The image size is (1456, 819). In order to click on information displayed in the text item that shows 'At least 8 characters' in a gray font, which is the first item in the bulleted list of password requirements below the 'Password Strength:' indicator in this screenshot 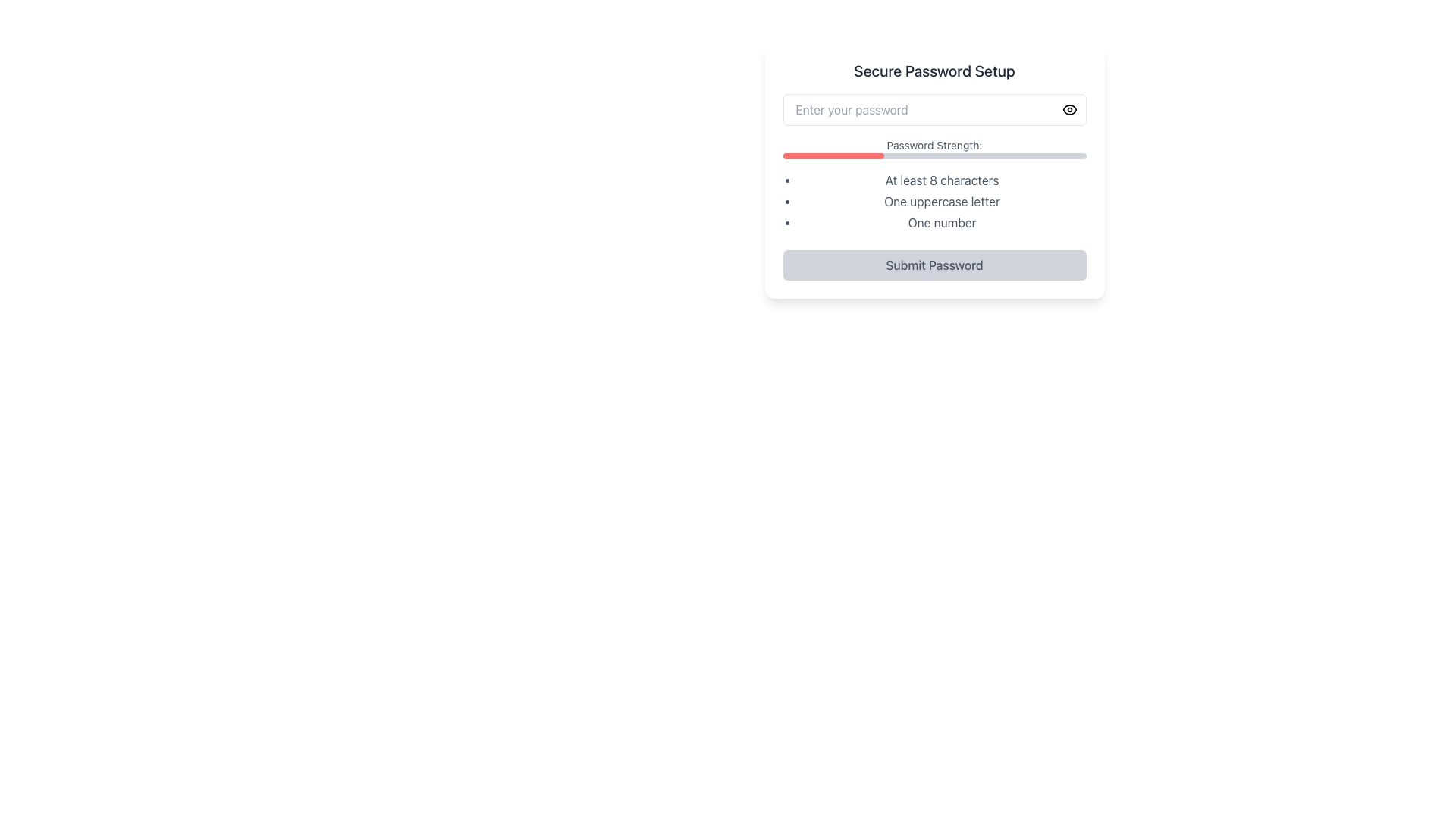, I will do `click(941, 180)`.